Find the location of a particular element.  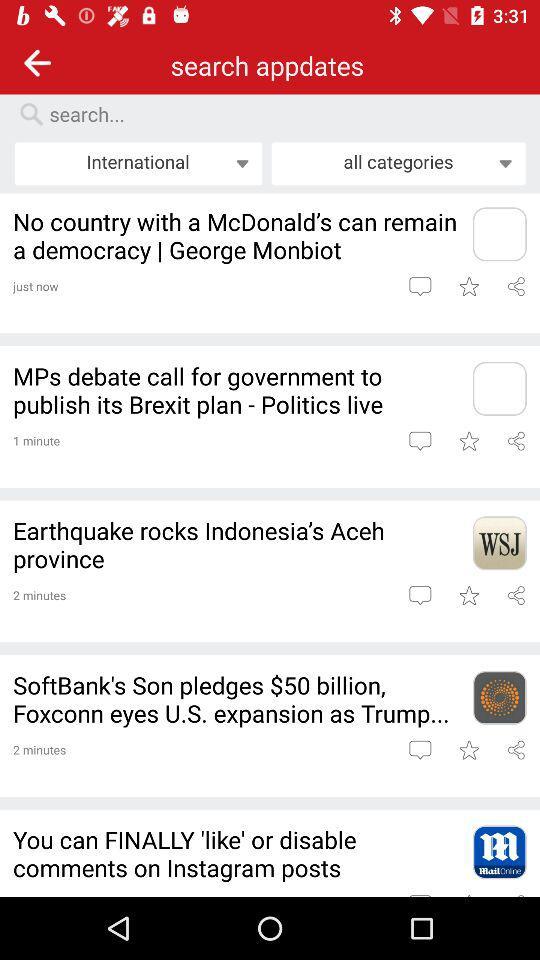

to favorites is located at coordinates (468, 748).